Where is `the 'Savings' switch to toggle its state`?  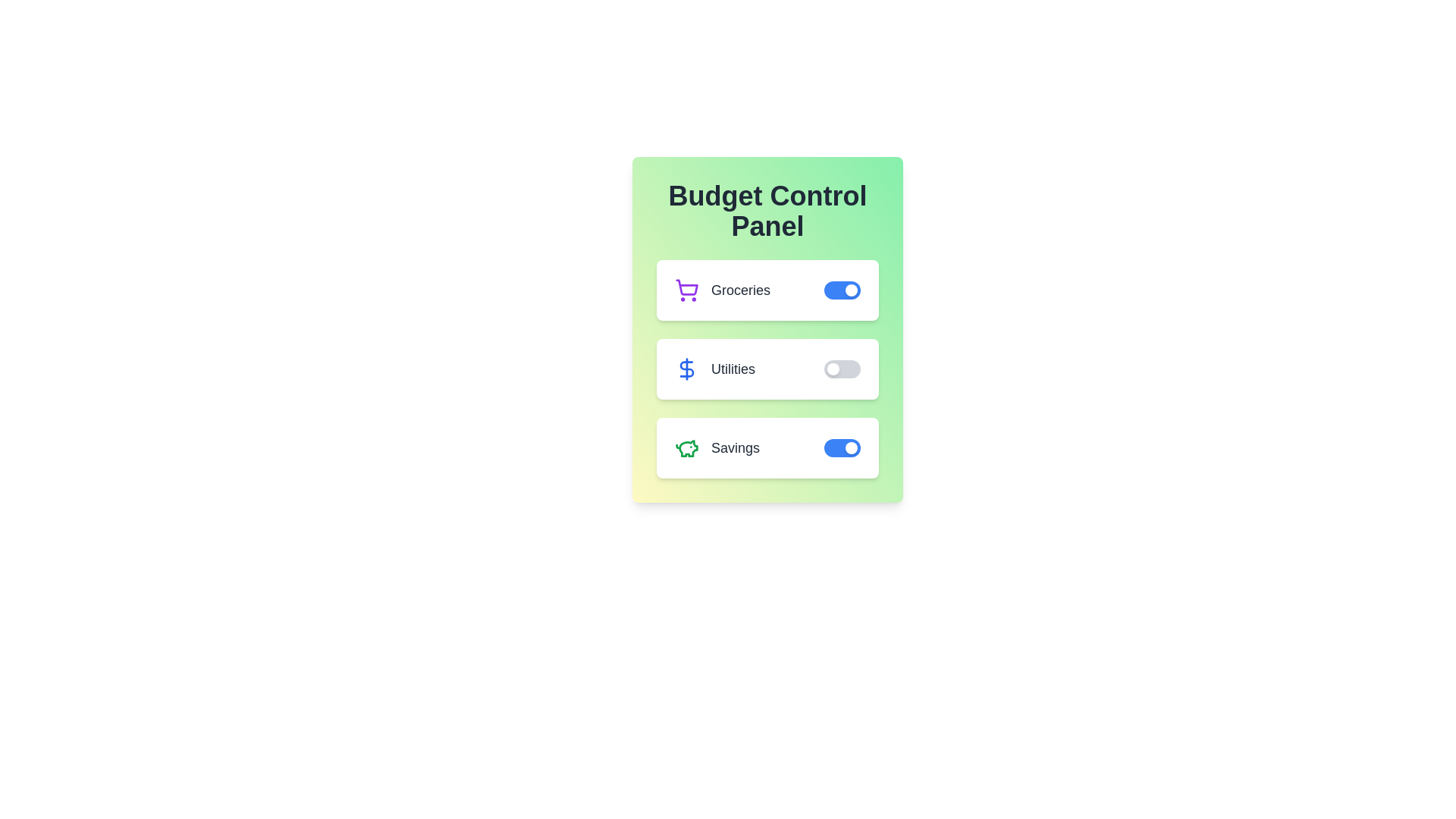 the 'Savings' switch to toggle its state is located at coordinates (841, 447).